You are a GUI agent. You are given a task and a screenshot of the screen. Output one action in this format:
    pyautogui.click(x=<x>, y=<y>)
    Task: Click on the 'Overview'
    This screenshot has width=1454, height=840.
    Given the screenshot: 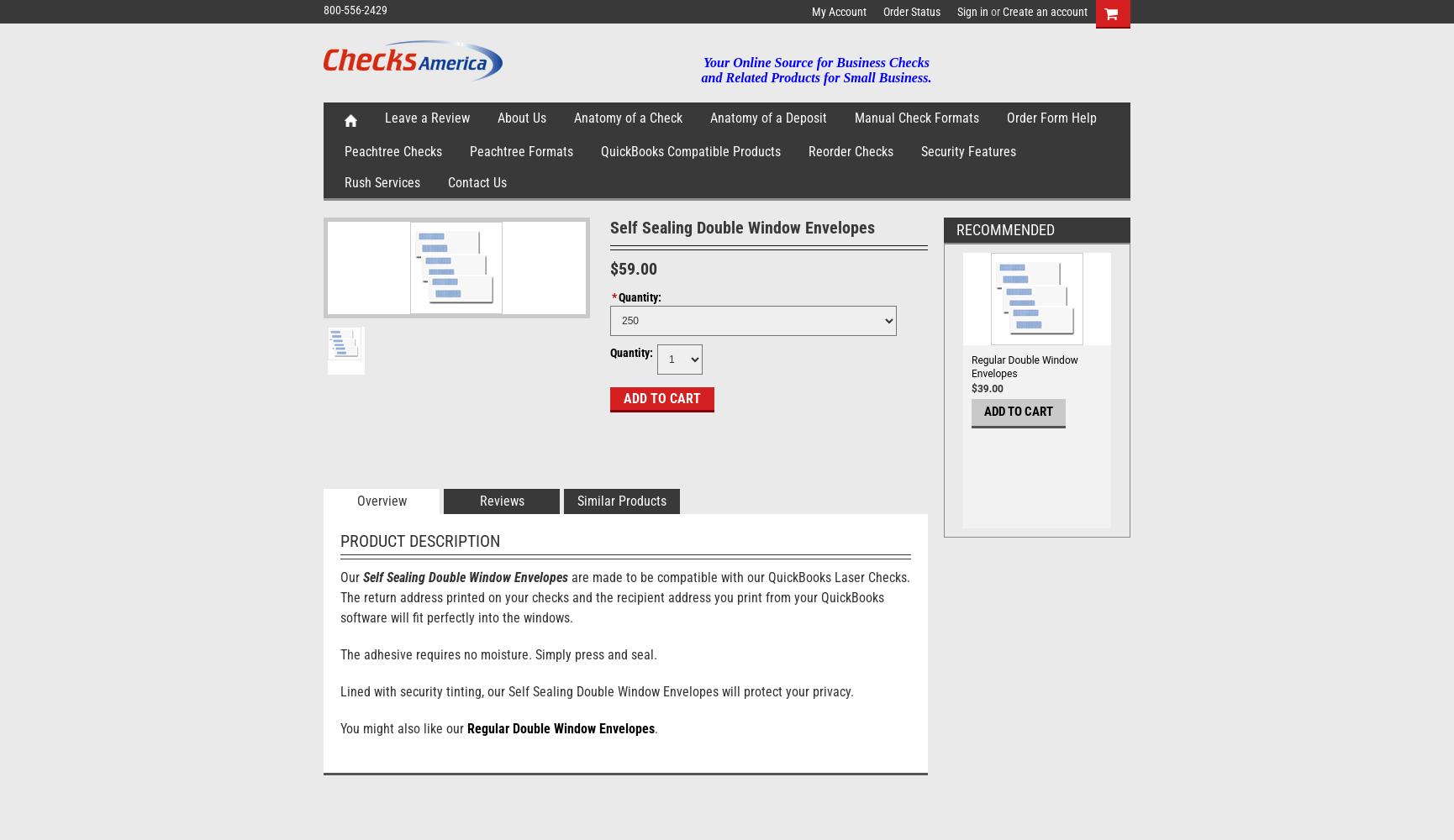 What is the action you would take?
    pyautogui.click(x=380, y=500)
    